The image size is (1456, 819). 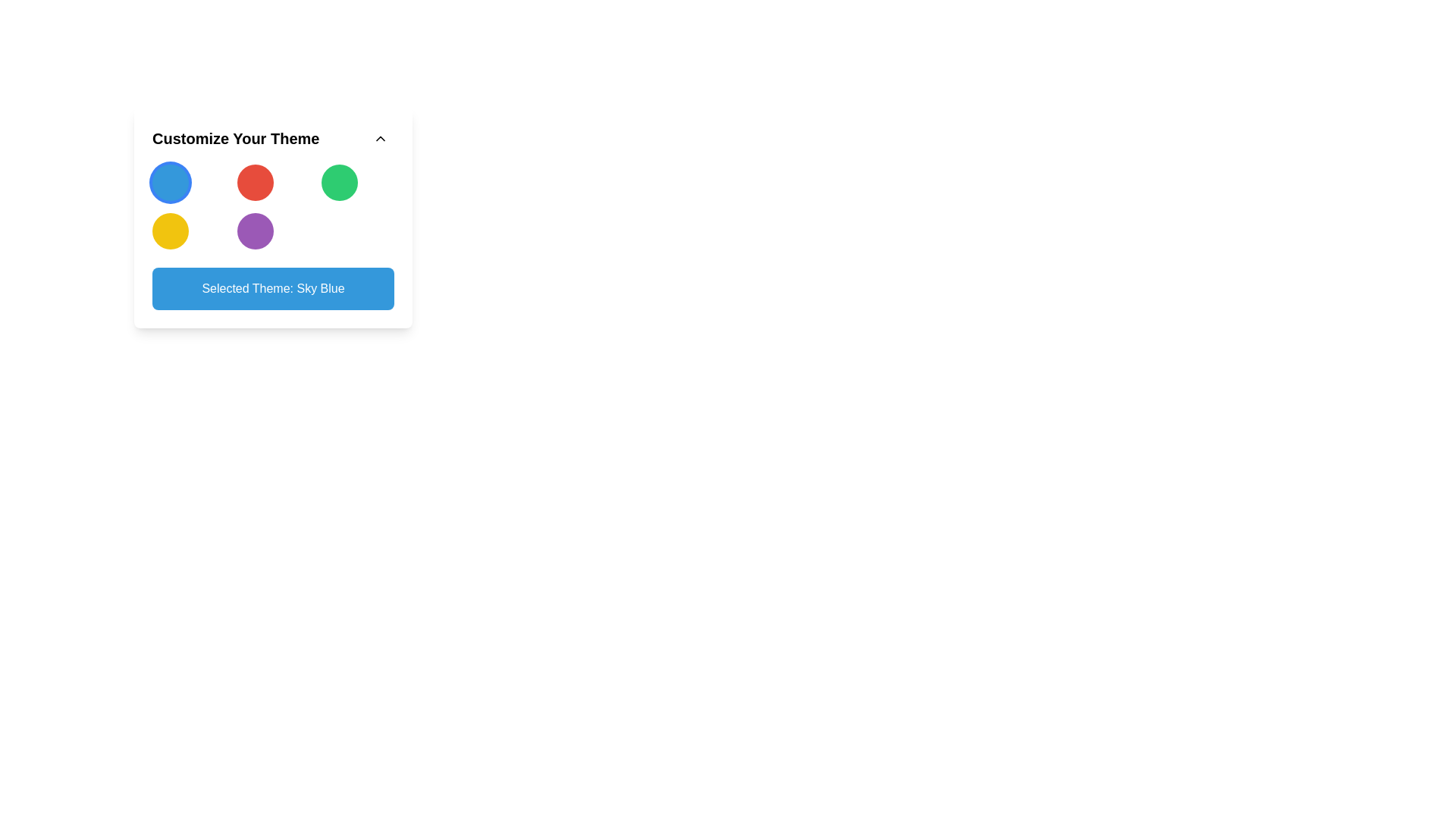 I want to click on the button for selecting the 'Violet Purple' theme, located in the center of the bottom row in a 2x3 grid of circular buttons within the theme customization panel, so click(x=273, y=217).